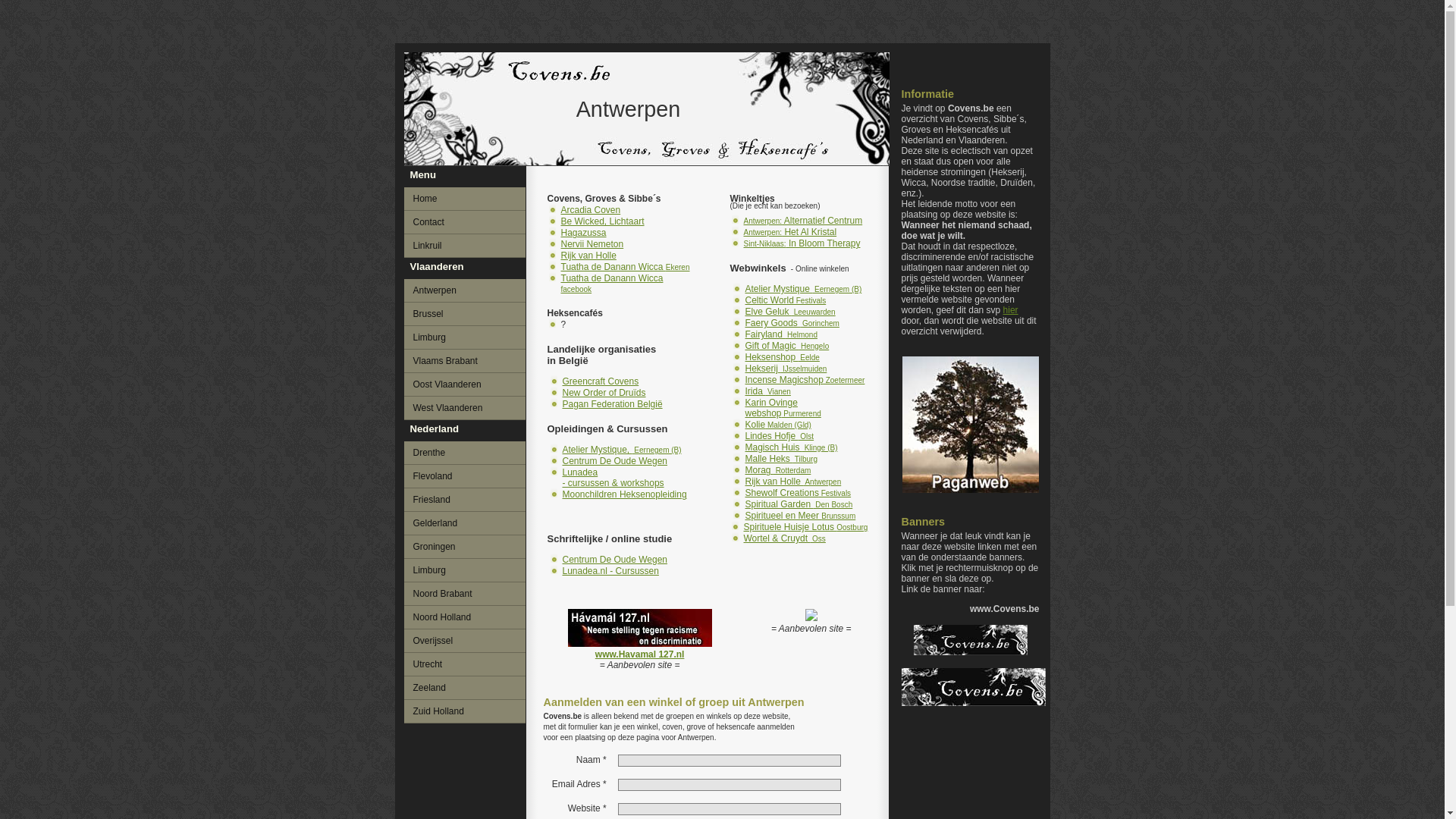  What do you see at coordinates (742, 537) in the screenshot?
I see `'Wortel & Cruydt  Oss'` at bounding box center [742, 537].